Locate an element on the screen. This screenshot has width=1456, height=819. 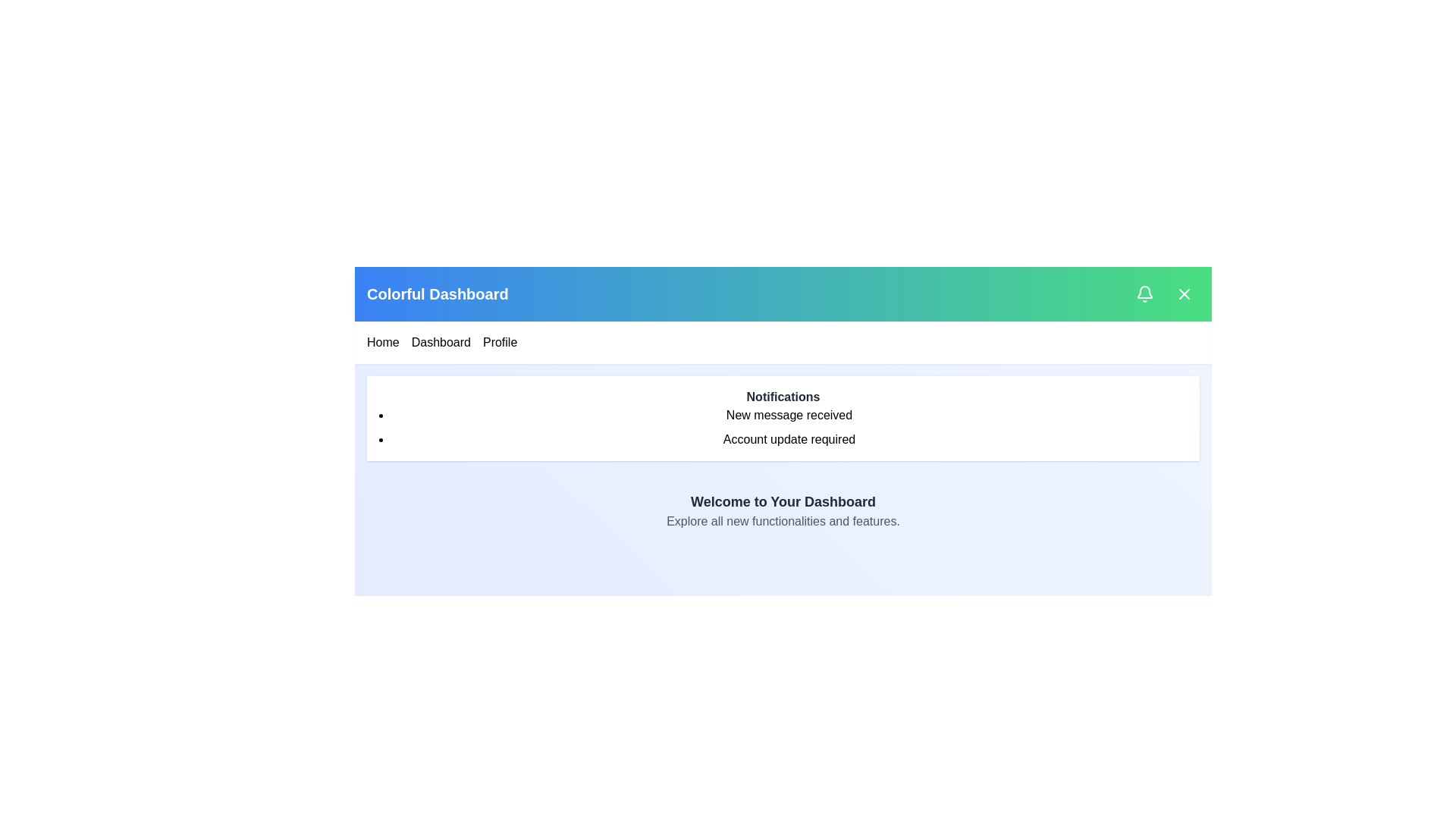
the navigation menu item Dashboard is located at coordinates (439, 342).